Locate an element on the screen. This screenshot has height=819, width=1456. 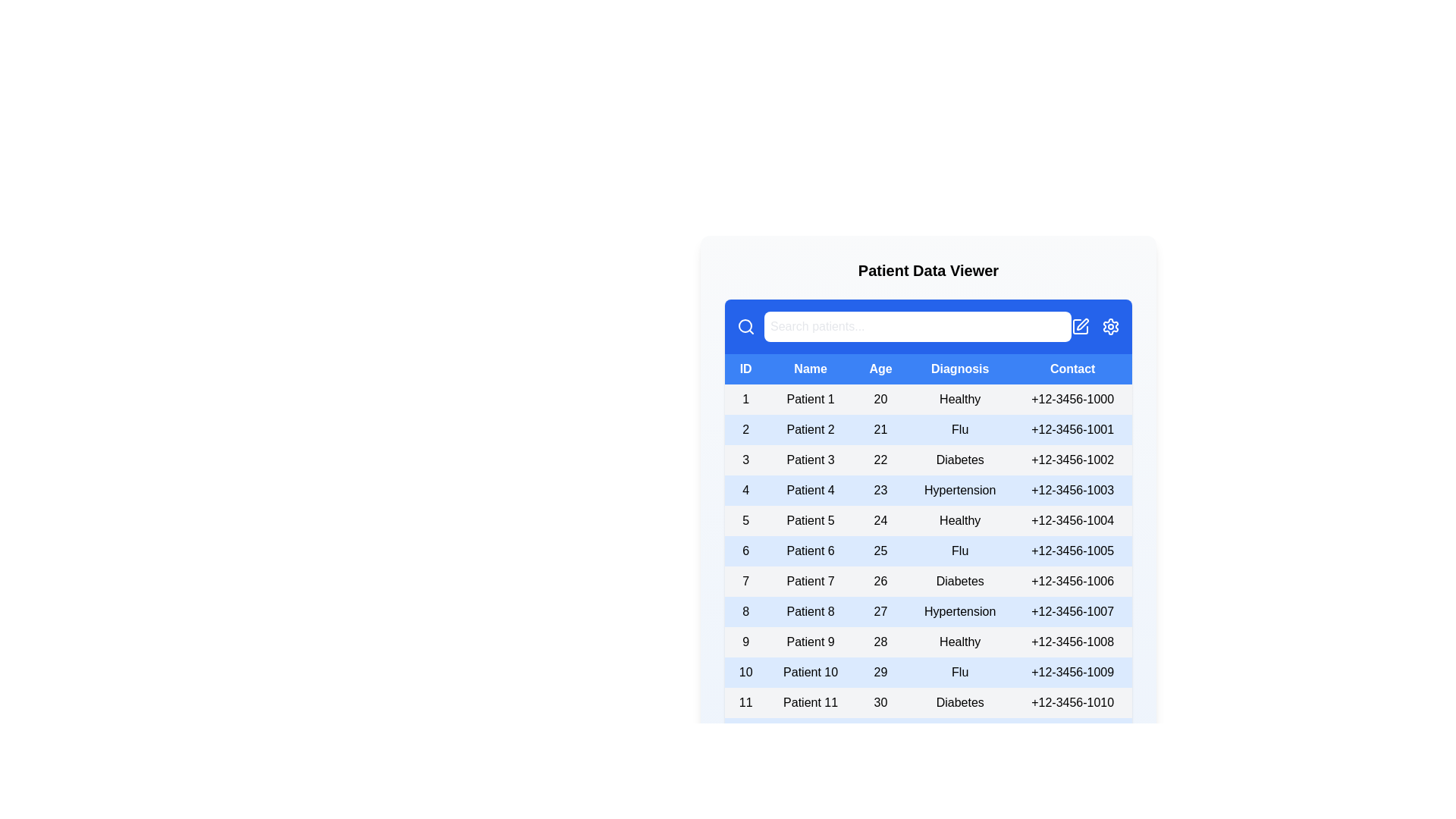
the column header Contact to sort the table by that column is located at coordinates (1072, 369).